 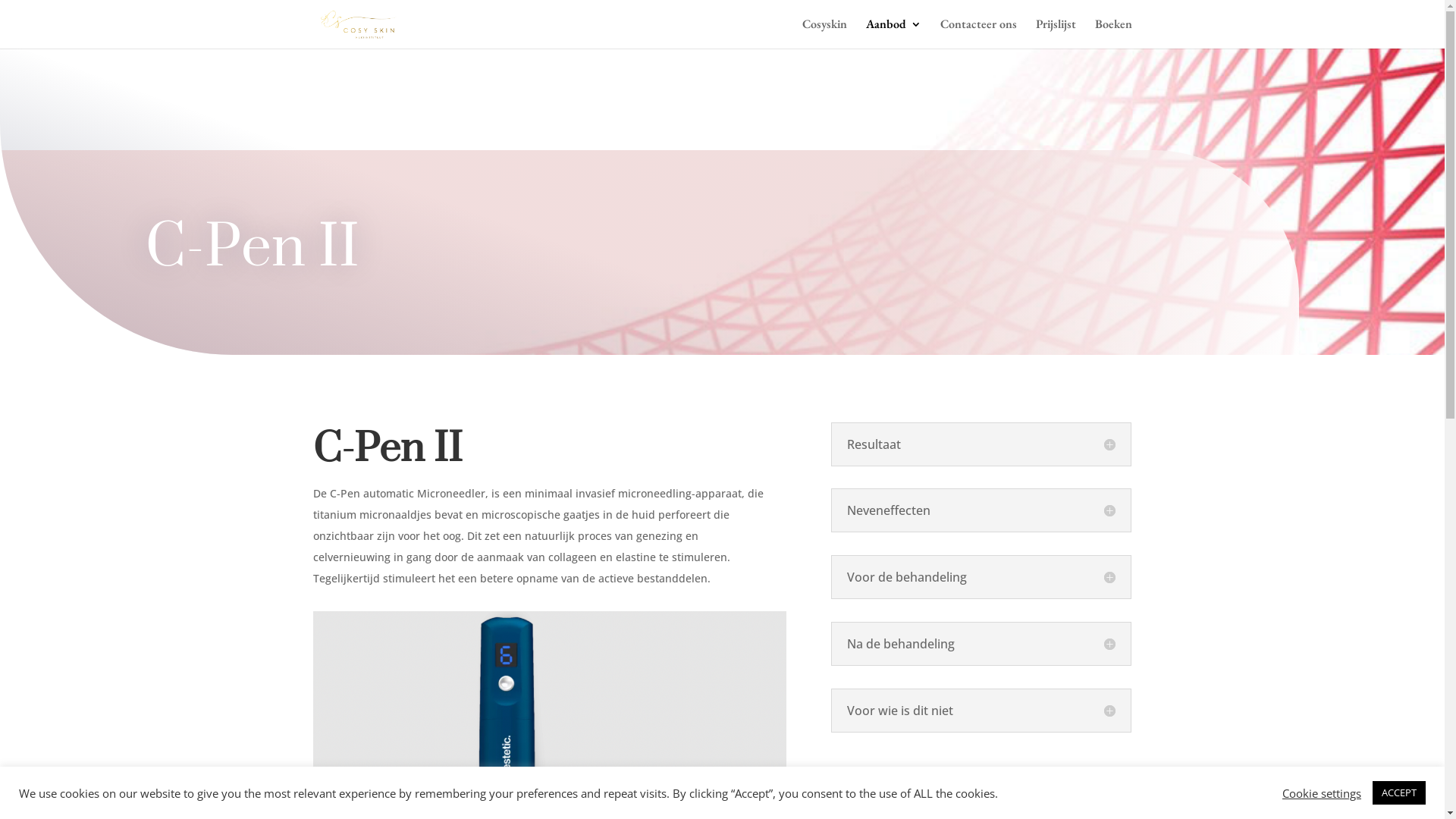 I want to click on 'Aanbod', so click(x=893, y=33).